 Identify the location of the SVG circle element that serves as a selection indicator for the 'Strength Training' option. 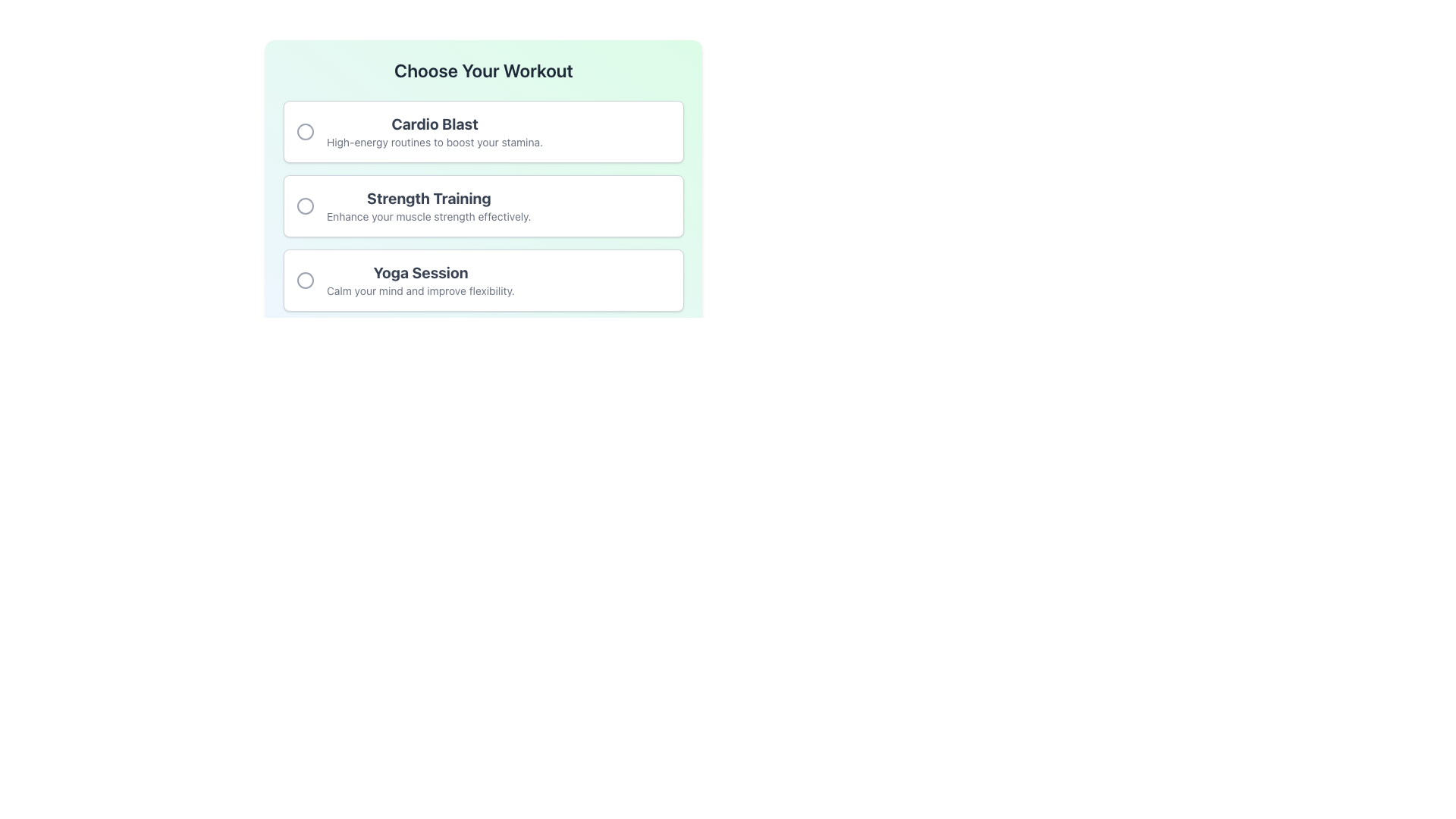
(305, 206).